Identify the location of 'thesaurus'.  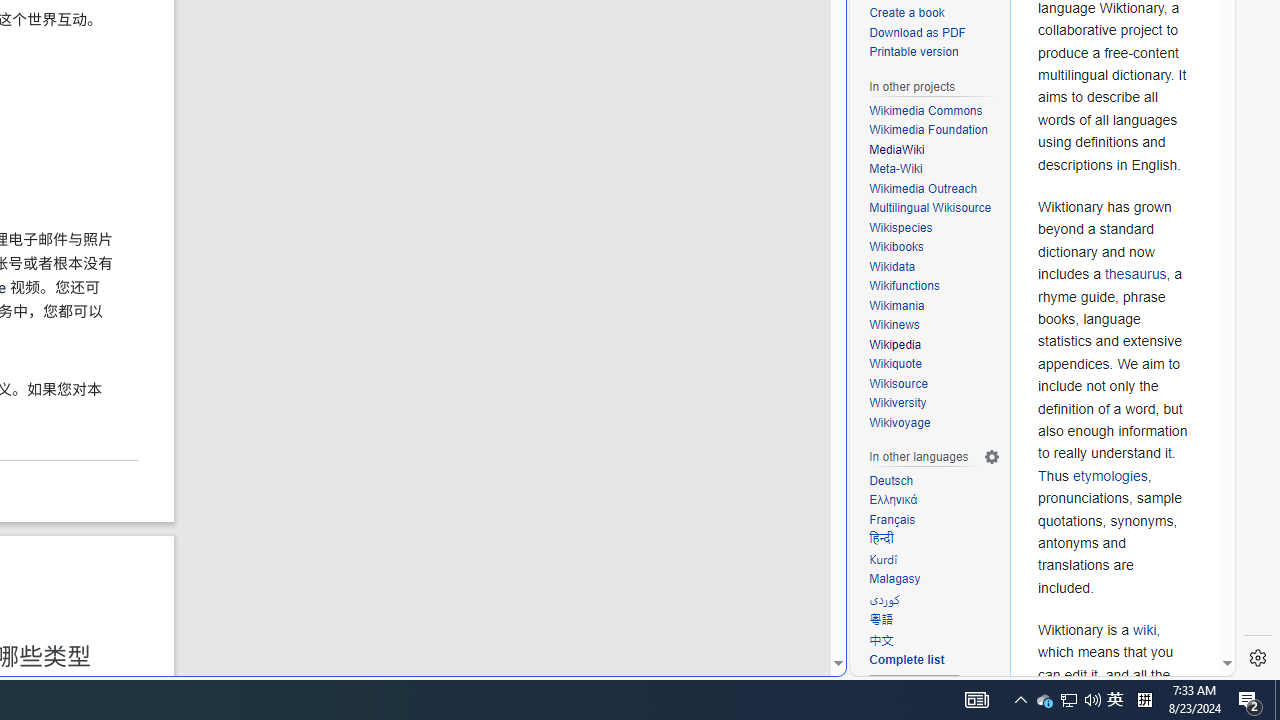
(1135, 274).